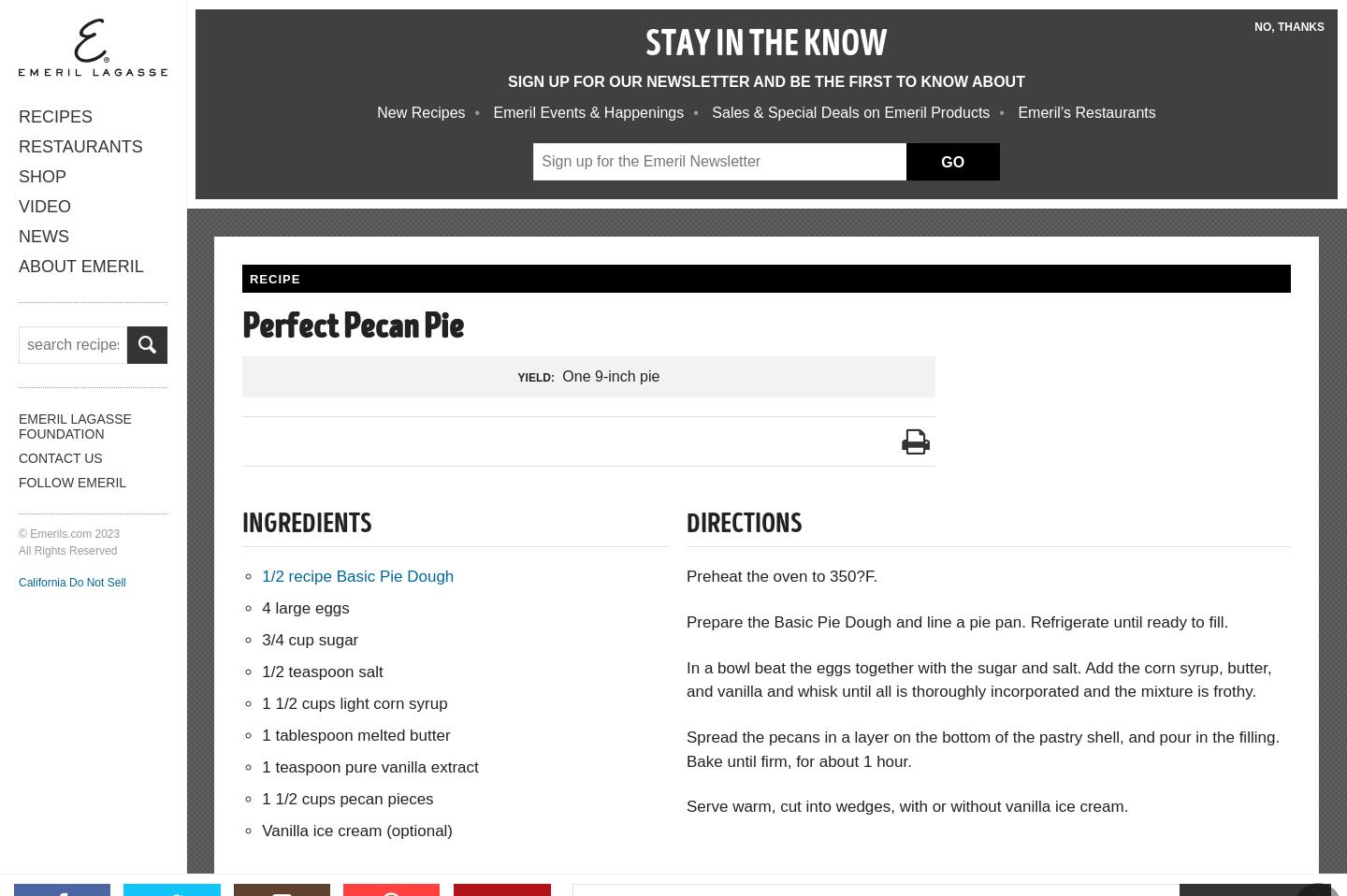 The height and width of the screenshot is (896, 1347). I want to click on 'Perfect Pecan Pie', so click(352, 327).